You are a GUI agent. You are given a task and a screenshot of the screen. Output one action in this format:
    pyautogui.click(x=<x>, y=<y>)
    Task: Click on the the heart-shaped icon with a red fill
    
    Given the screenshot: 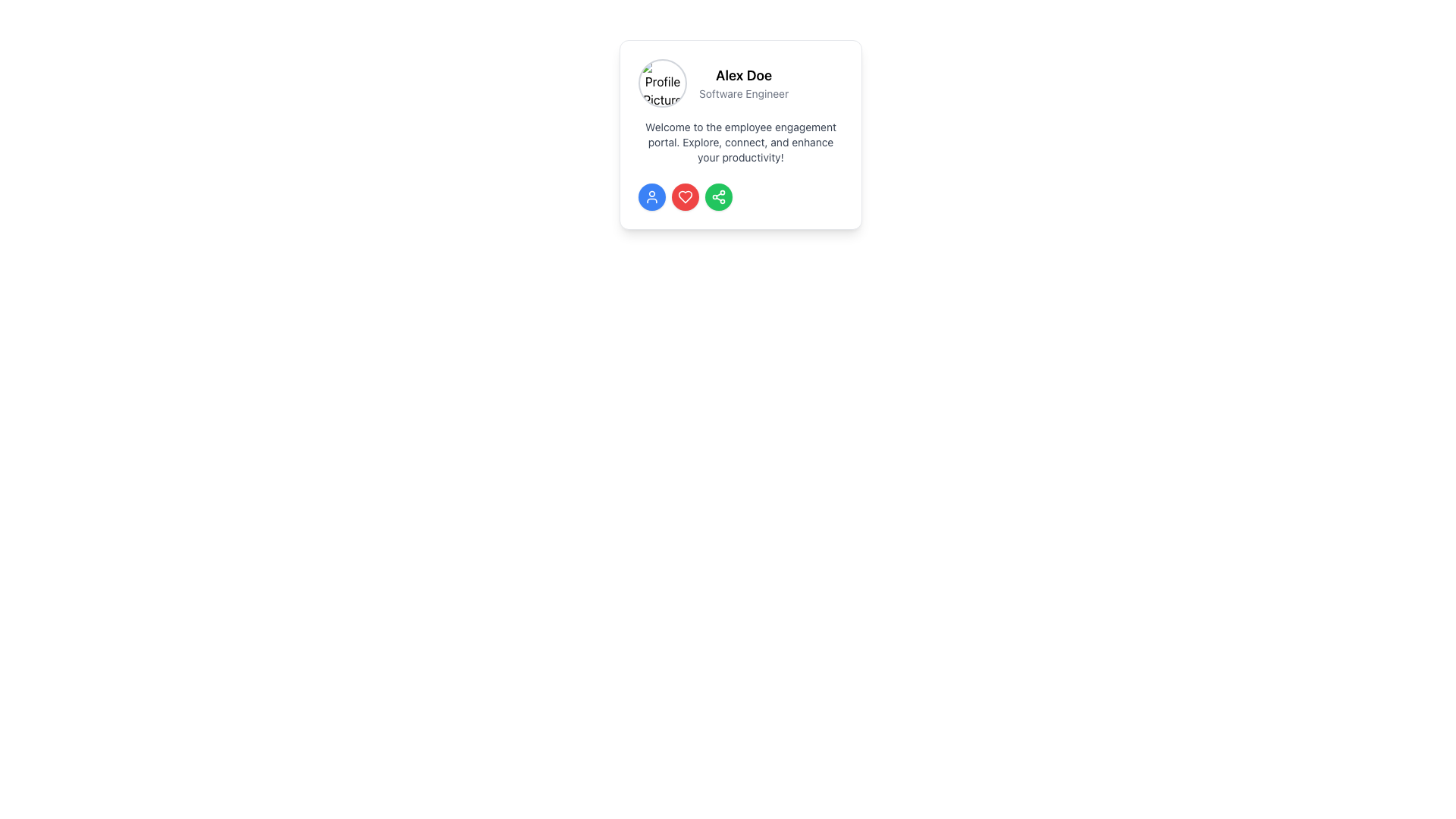 What is the action you would take?
    pyautogui.click(x=684, y=196)
    